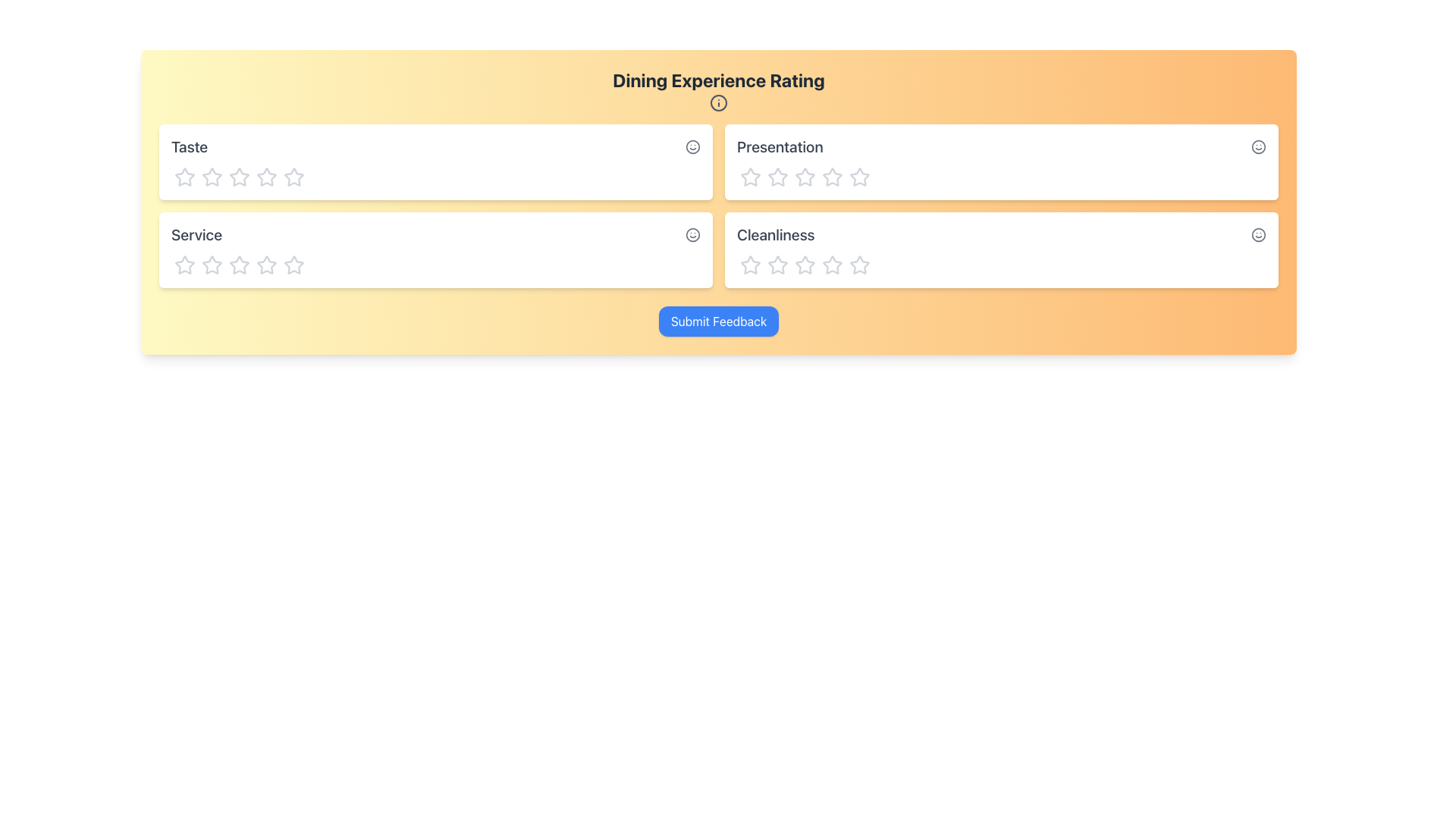  Describe the element at coordinates (776, 234) in the screenshot. I see `the Text Label indicating the cleanliness rating in the right-bottom section of the grid layout` at that location.